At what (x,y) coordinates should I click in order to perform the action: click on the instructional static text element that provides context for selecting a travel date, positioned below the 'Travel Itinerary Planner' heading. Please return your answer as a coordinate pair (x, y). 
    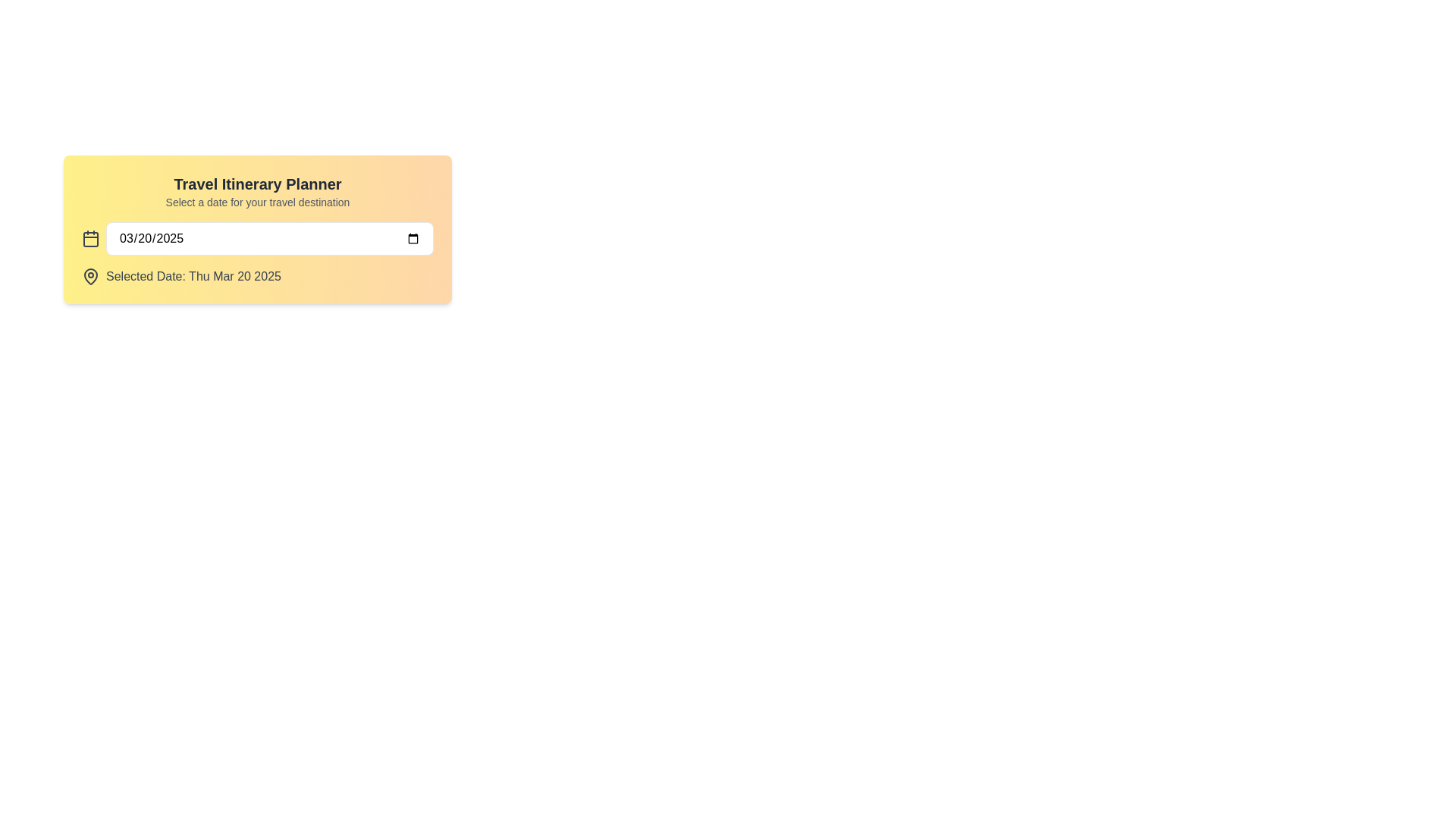
    Looking at the image, I should click on (258, 201).